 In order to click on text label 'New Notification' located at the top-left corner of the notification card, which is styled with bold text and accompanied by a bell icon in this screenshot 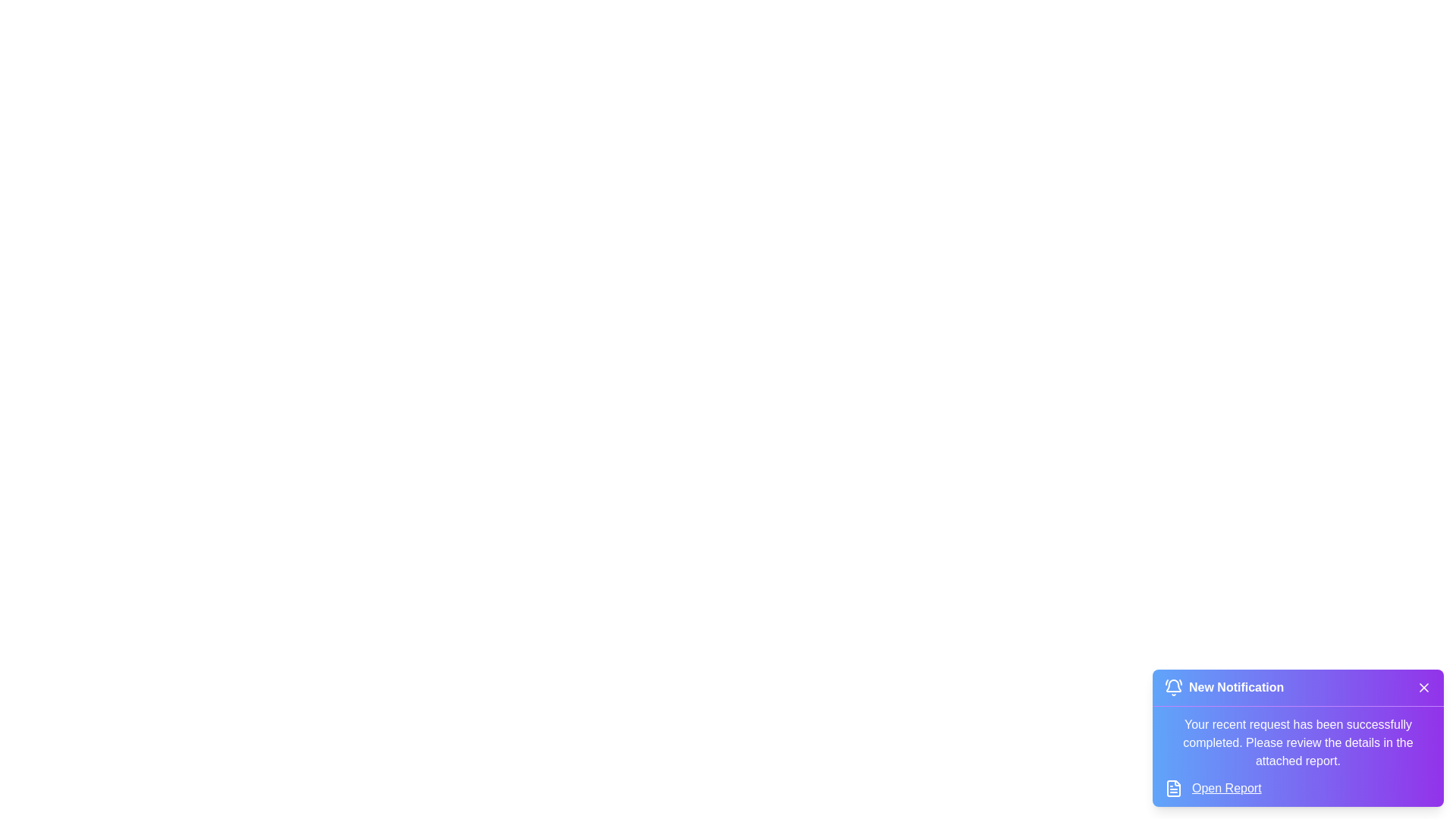, I will do `click(1224, 687)`.